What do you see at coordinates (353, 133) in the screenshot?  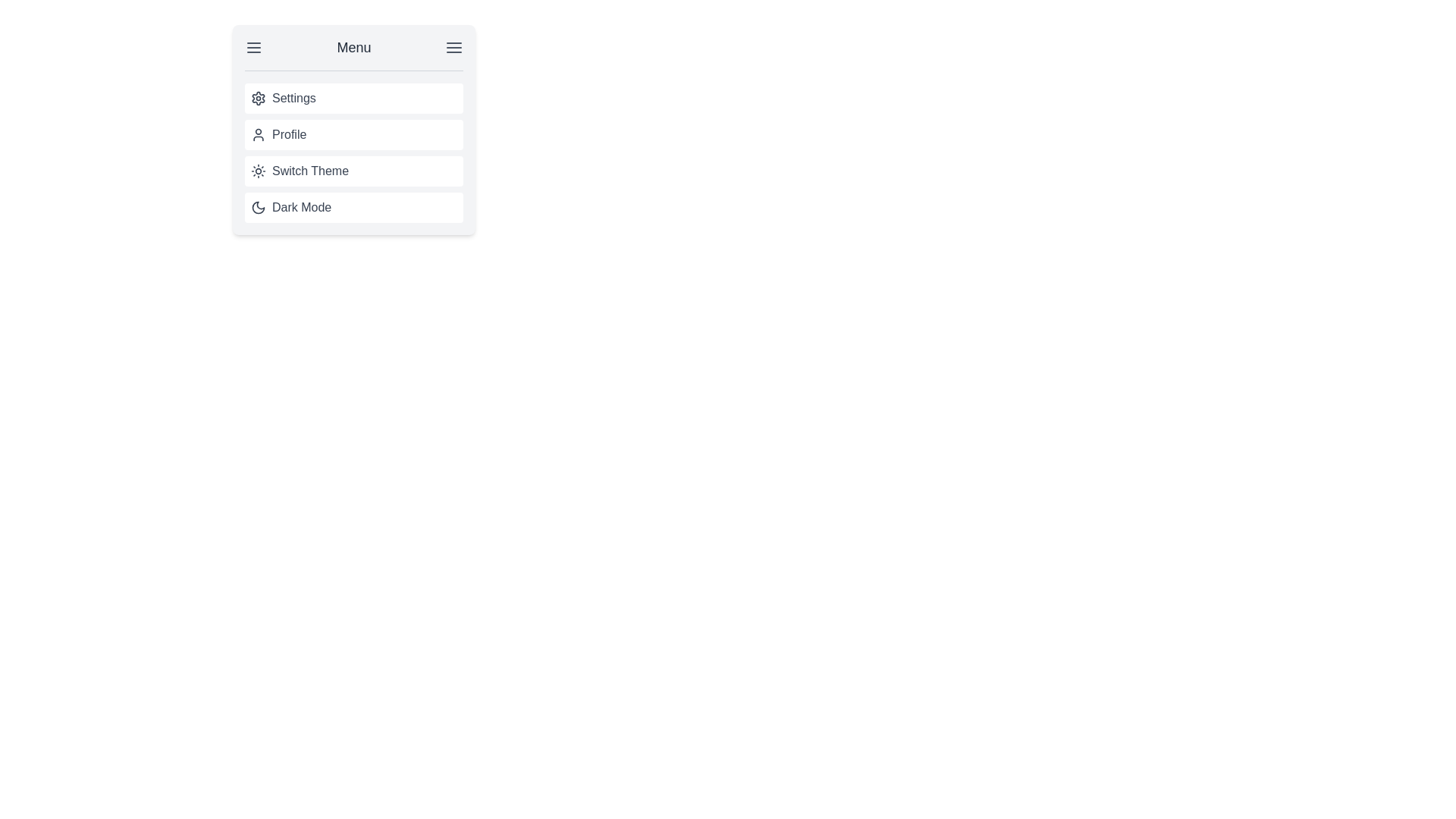 I see `the 'Profile' menu item, which is the second item in the vertical menu list` at bounding box center [353, 133].